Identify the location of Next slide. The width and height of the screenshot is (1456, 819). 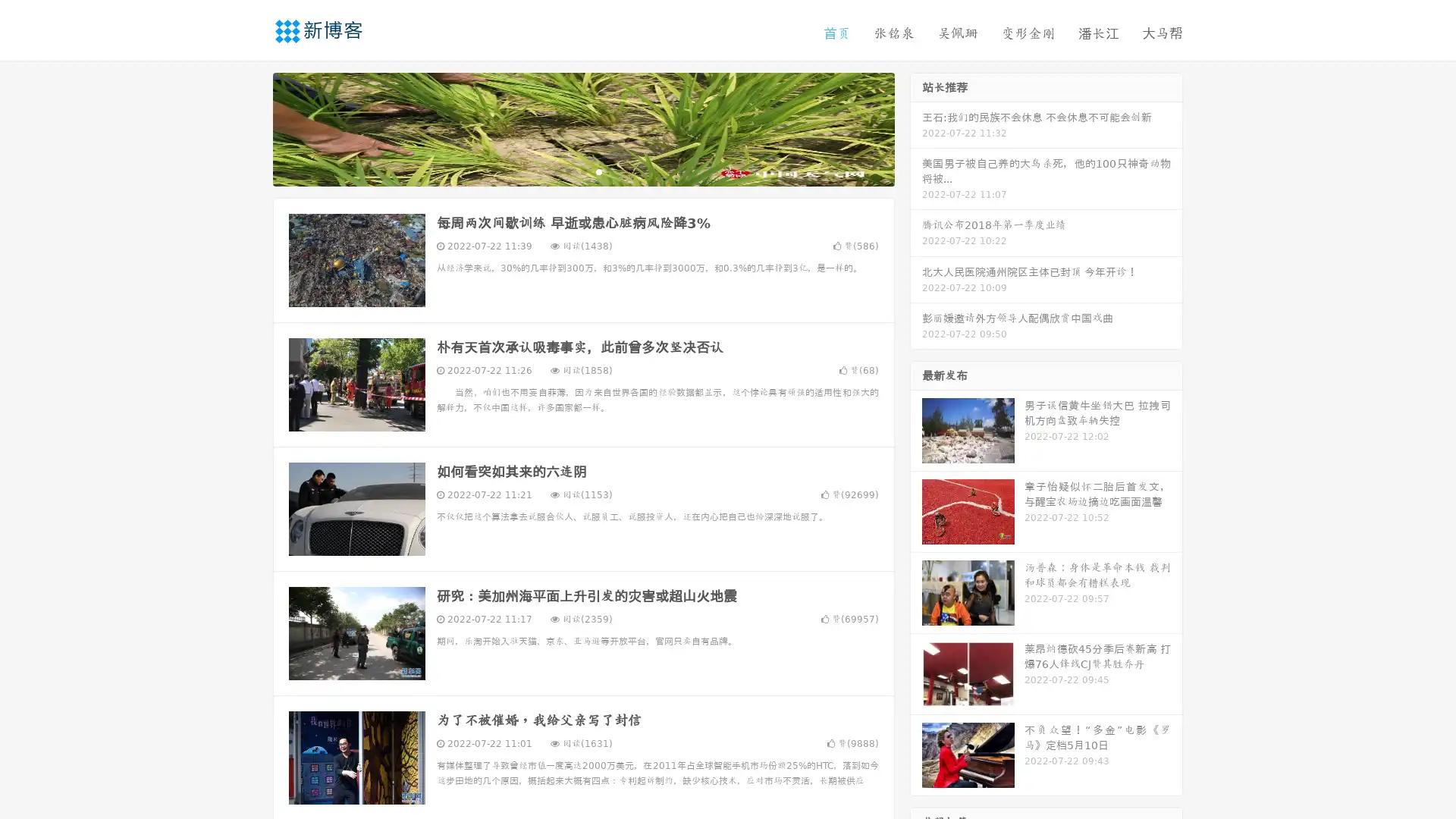
(916, 127).